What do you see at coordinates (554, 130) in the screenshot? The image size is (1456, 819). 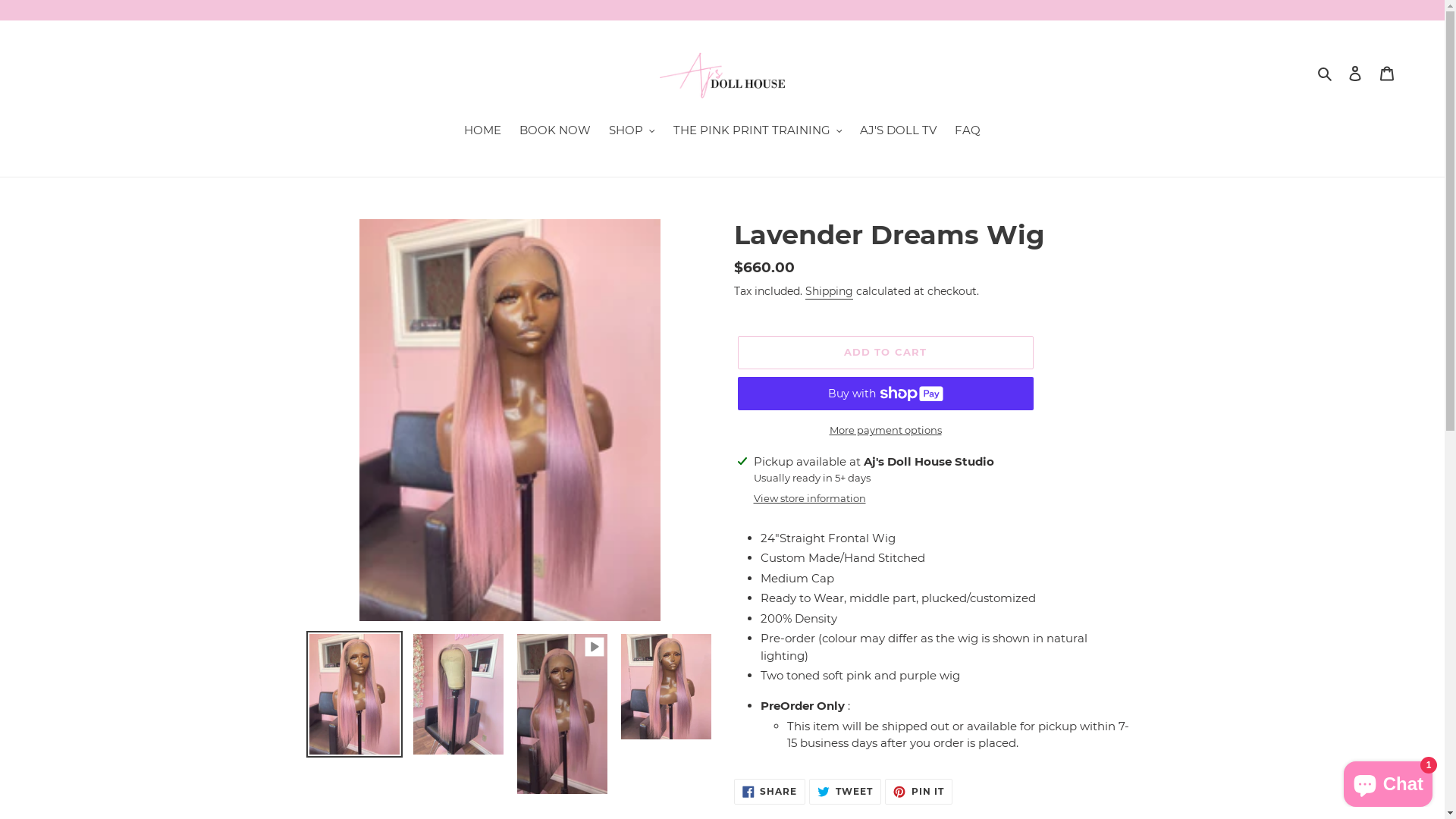 I see `'BOOK NOW'` at bounding box center [554, 130].